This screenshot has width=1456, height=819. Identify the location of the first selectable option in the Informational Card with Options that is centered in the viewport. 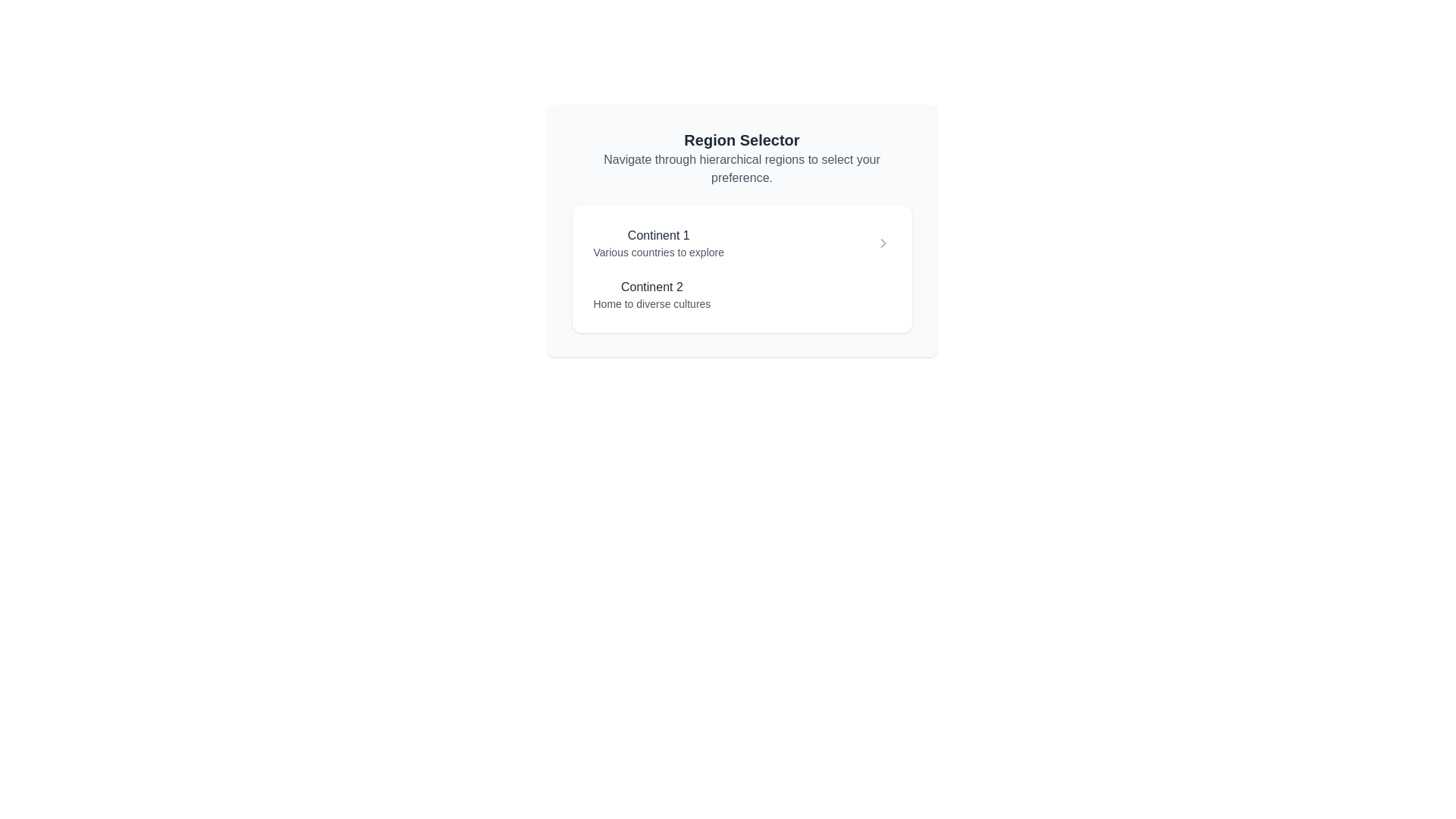
(742, 231).